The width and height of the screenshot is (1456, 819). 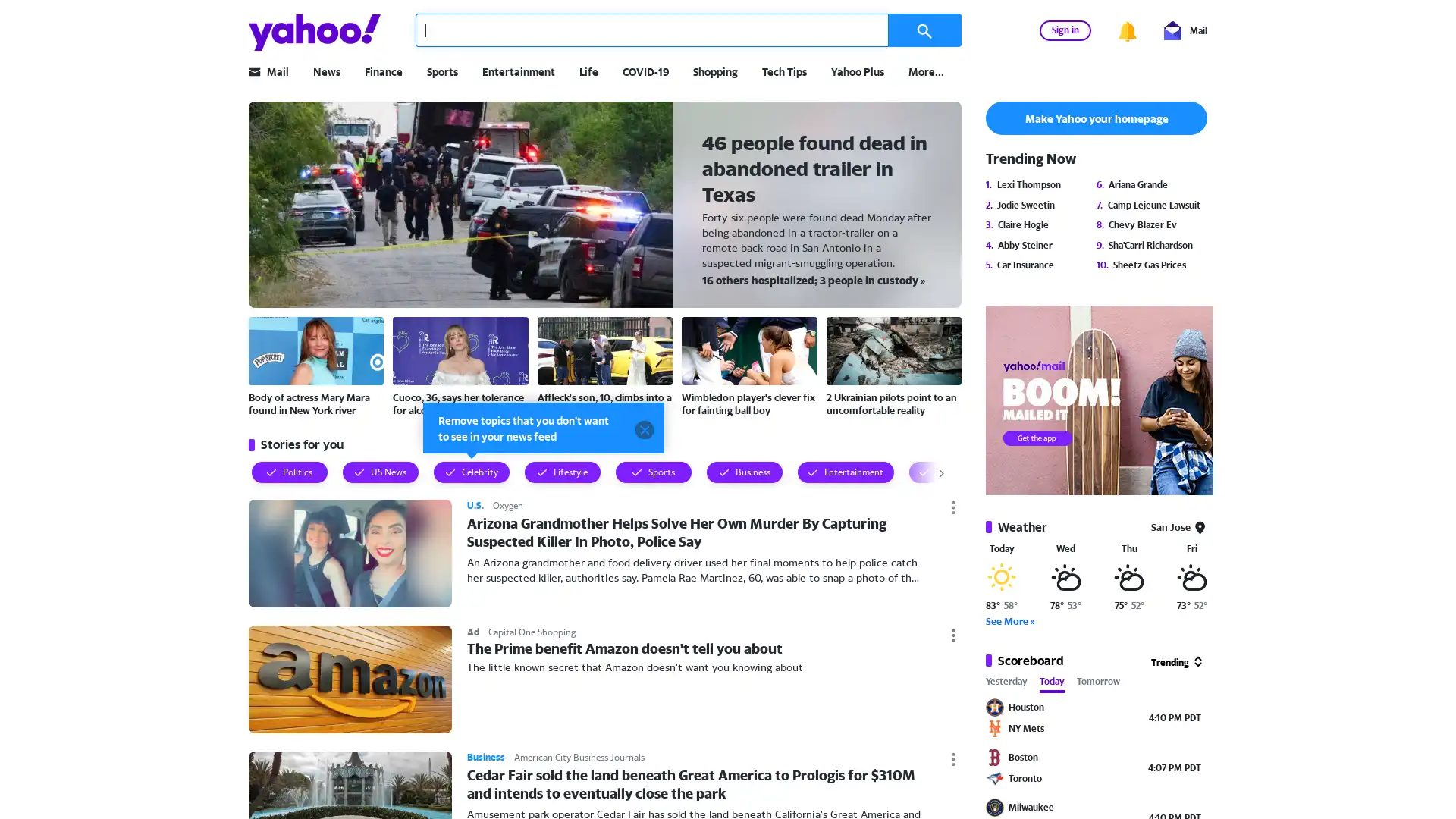 What do you see at coordinates (924, 30) in the screenshot?
I see `Search` at bounding box center [924, 30].